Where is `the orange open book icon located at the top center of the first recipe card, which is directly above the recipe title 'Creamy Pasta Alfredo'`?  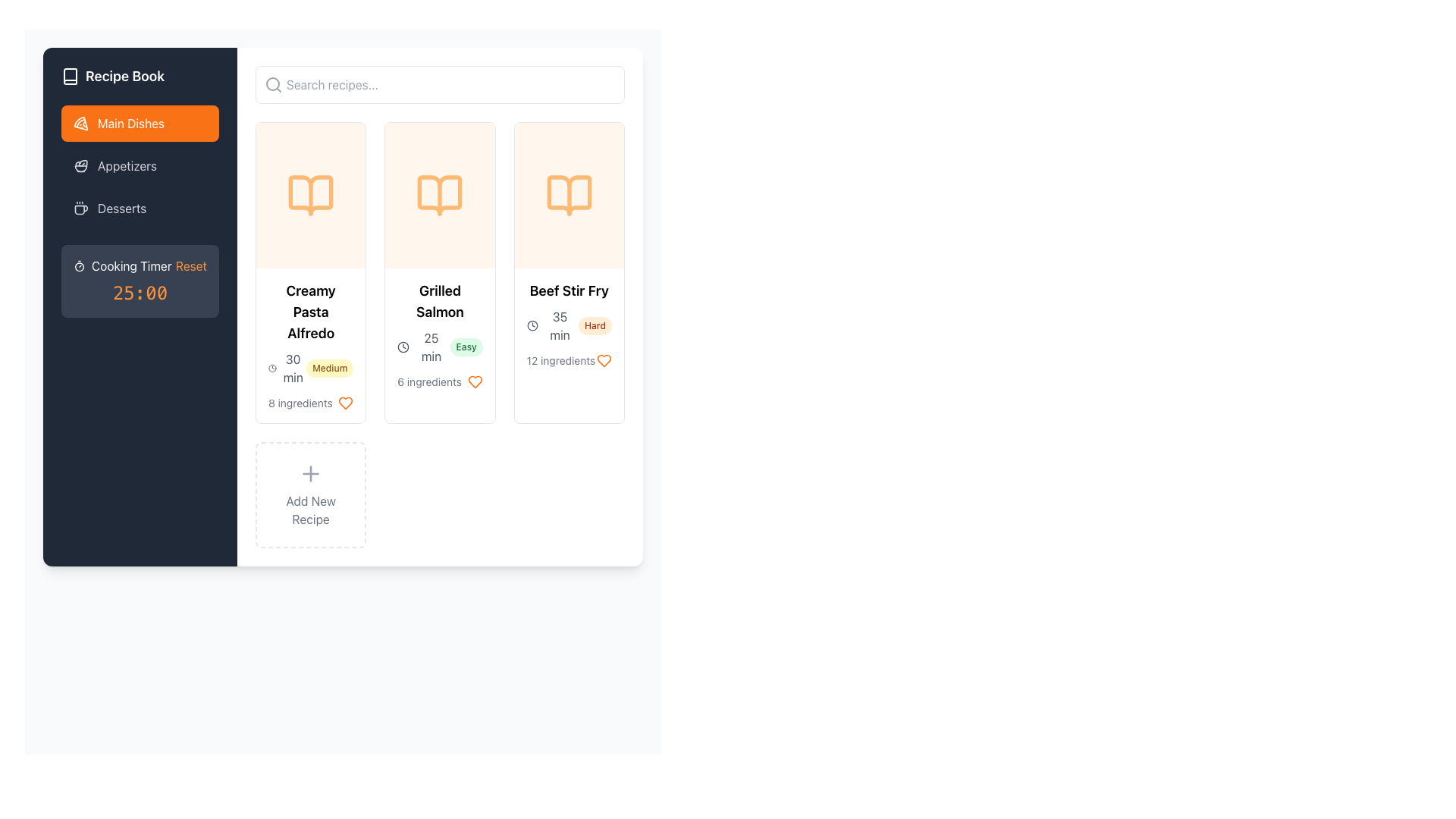 the orange open book icon located at the top center of the first recipe card, which is directly above the recipe title 'Creamy Pasta Alfredo' is located at coordinates (310, 195).